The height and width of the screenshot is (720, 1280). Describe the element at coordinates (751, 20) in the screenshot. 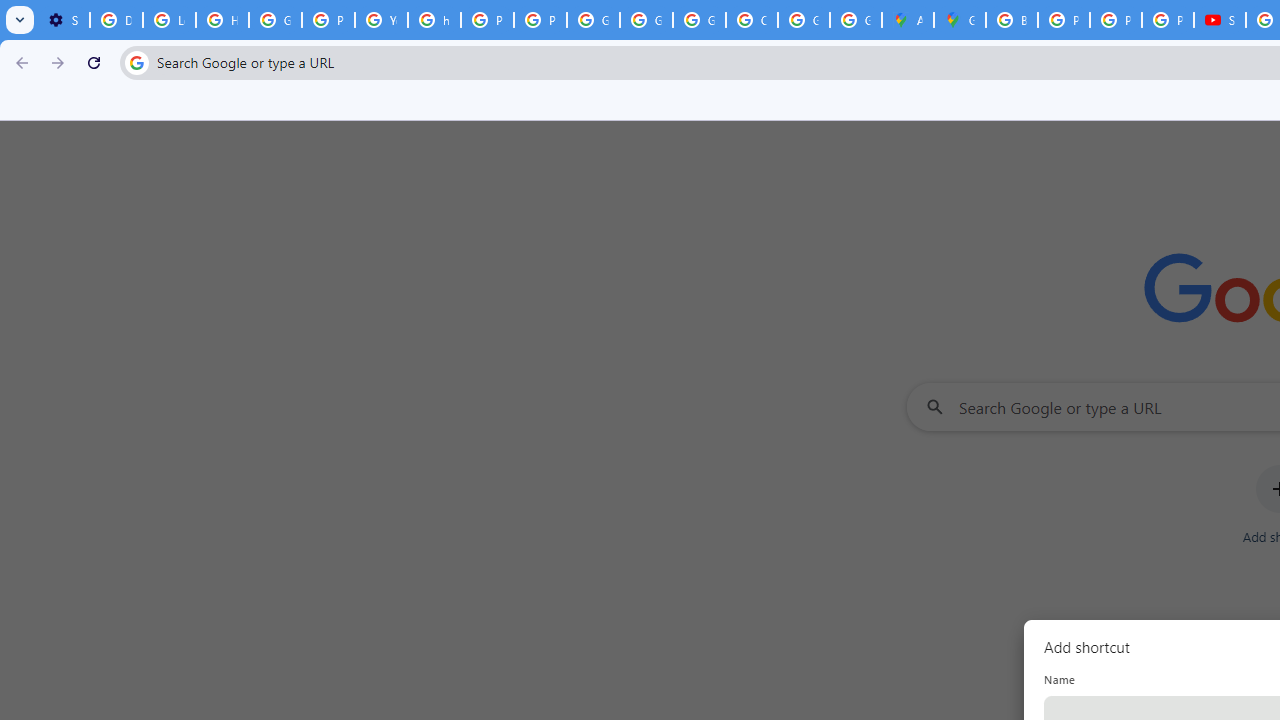

I see `'Create your Google Account'` at that location.